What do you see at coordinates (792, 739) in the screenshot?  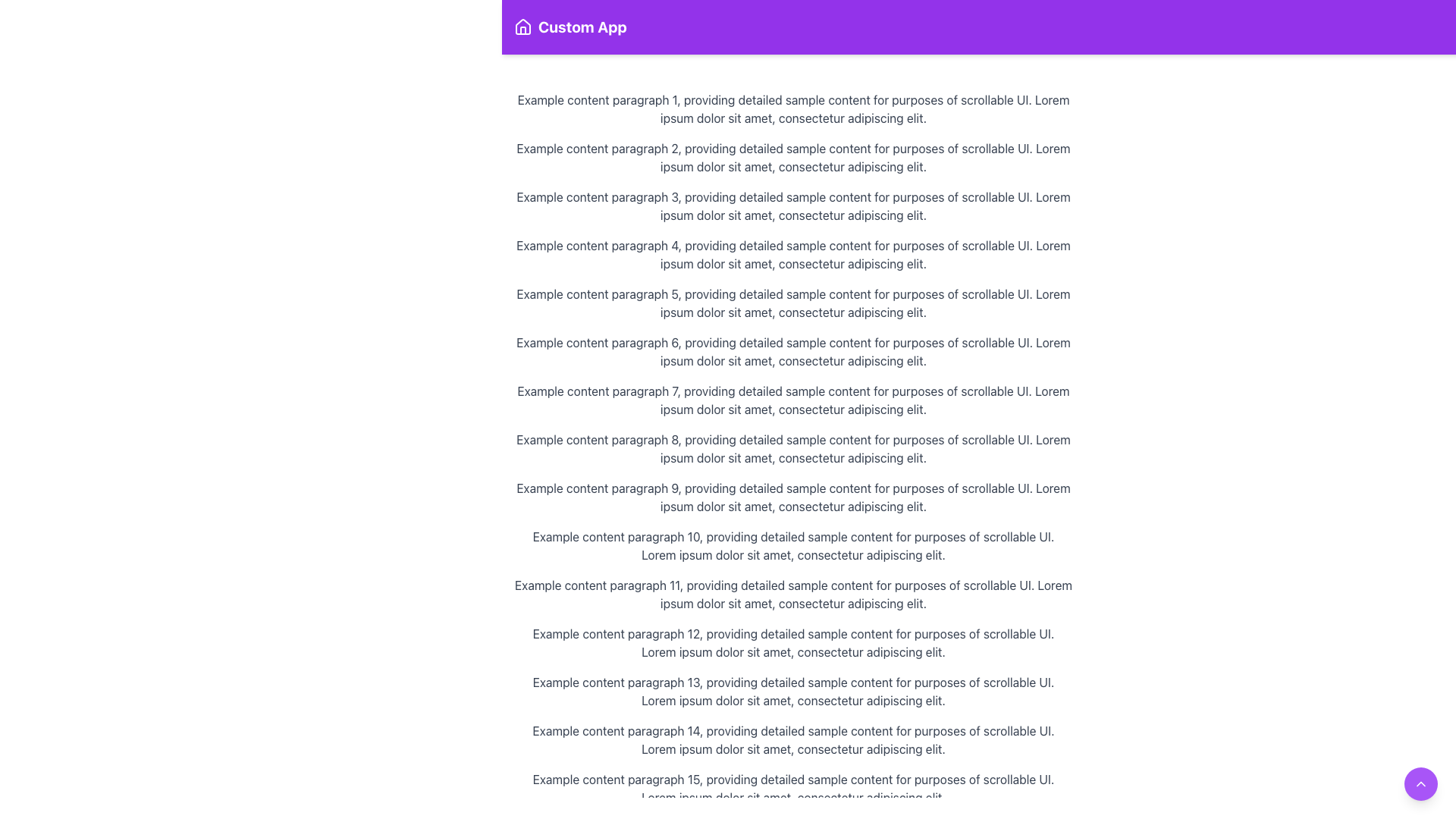 I see `text content of the 14th paragraph styled in gray font, which provides detailed sample content for purposes of scrollable UI` at bounding box center [792, 739].